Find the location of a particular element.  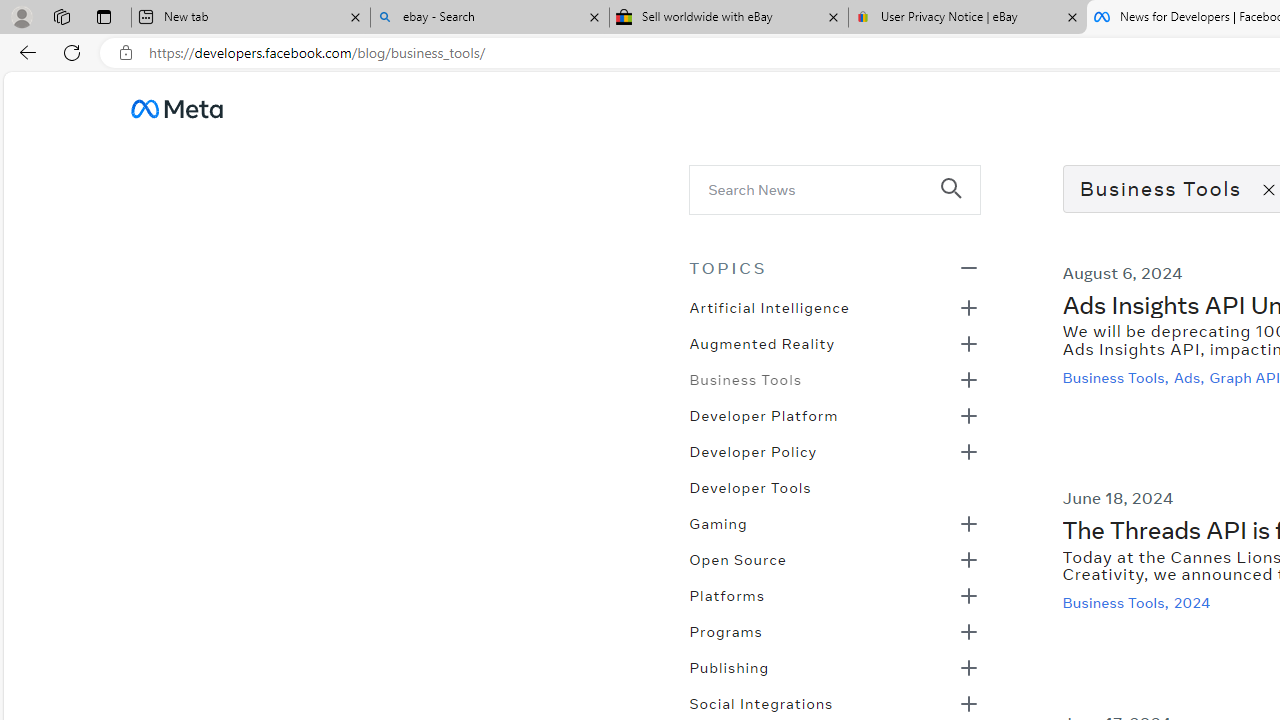

'Class: _58al' is located at coordinates (821, 189).